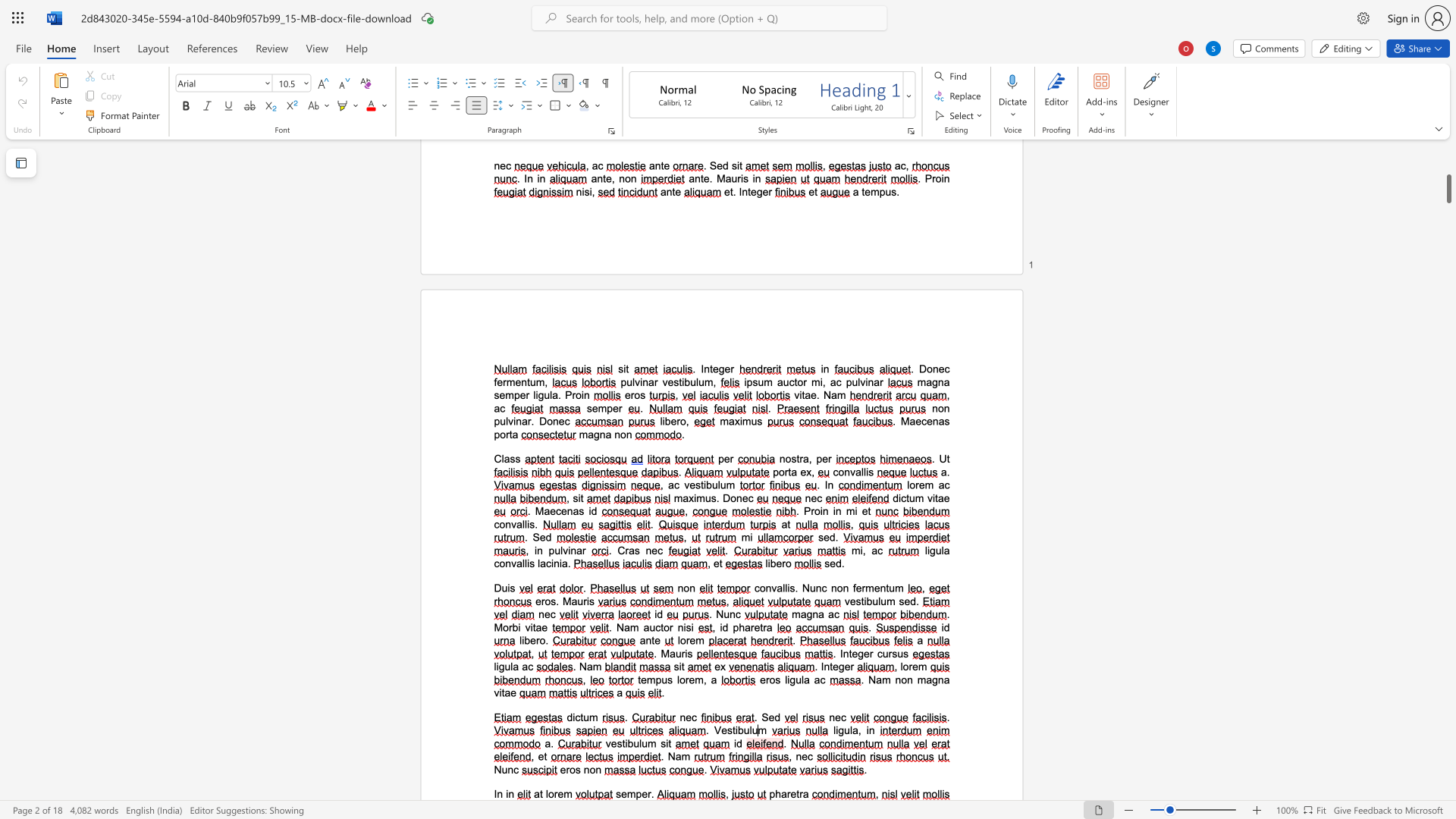 The height and width of the screenshot is (819, 1456). I want to click on the space between the continuous character "e" and "m" in the text, so click(563, 793).